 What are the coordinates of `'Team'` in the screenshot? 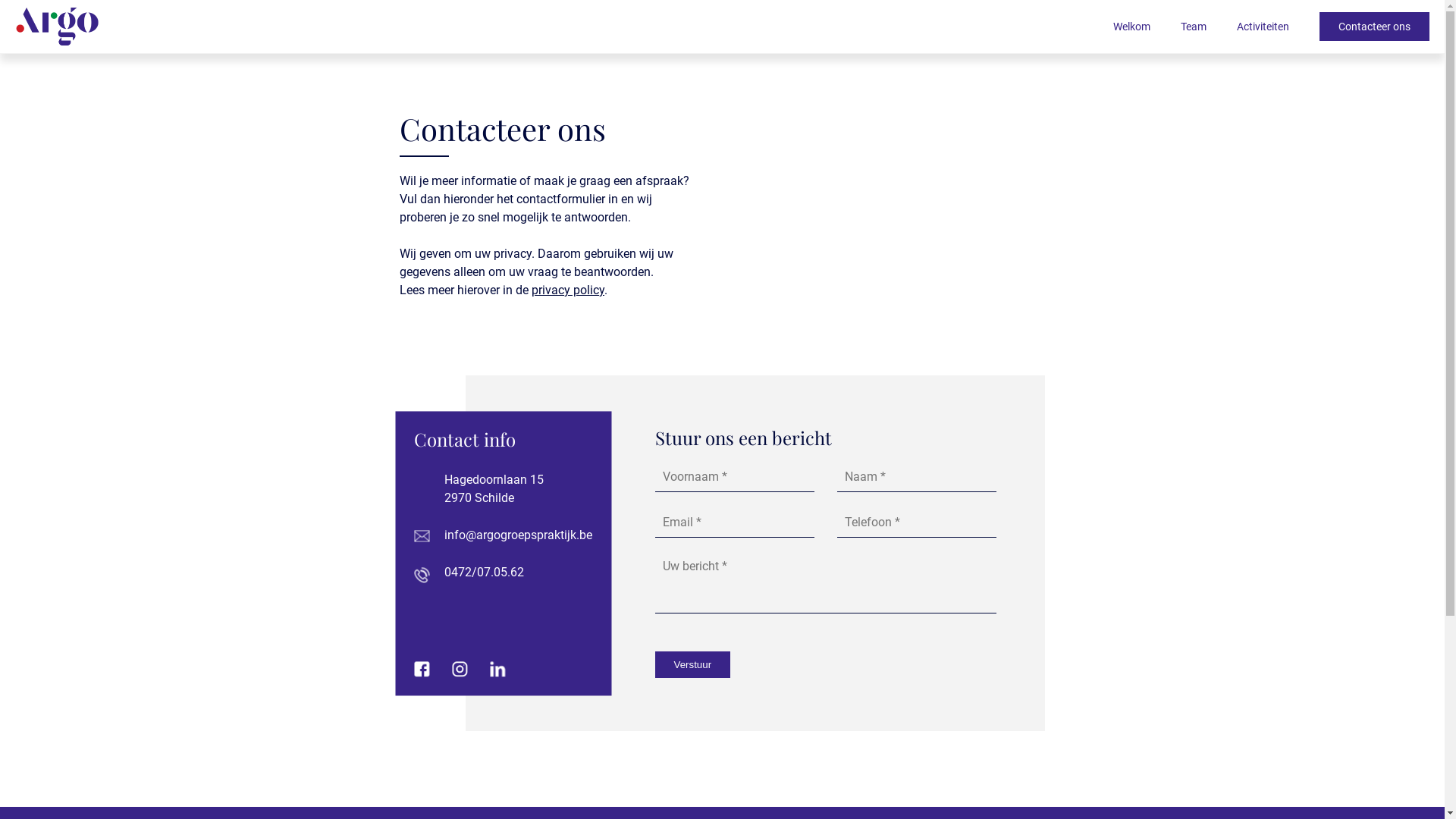 It's located at (1193, 26).